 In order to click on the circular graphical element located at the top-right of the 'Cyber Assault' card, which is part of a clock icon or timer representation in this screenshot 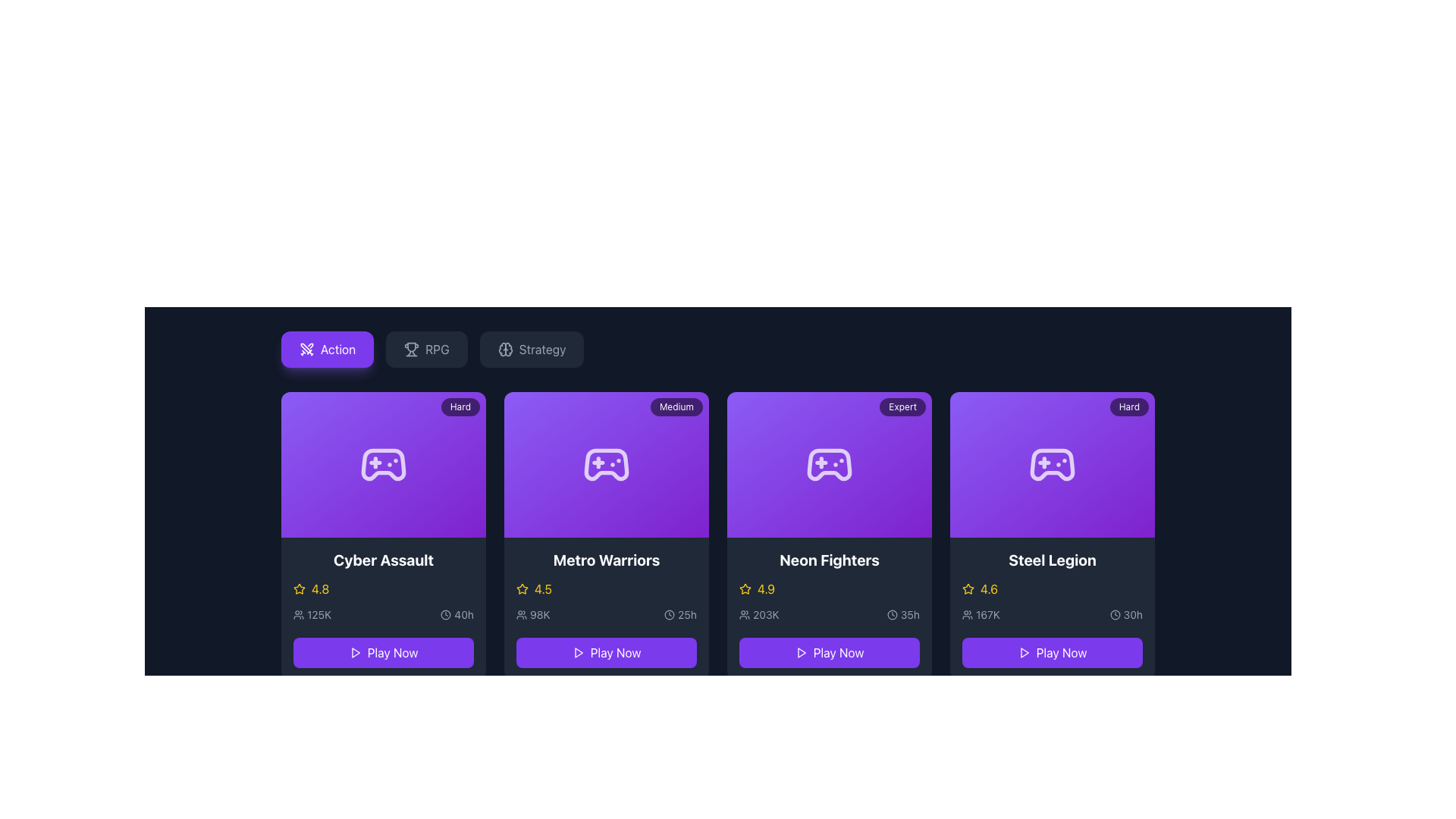, I will do `click(445, 614)`.